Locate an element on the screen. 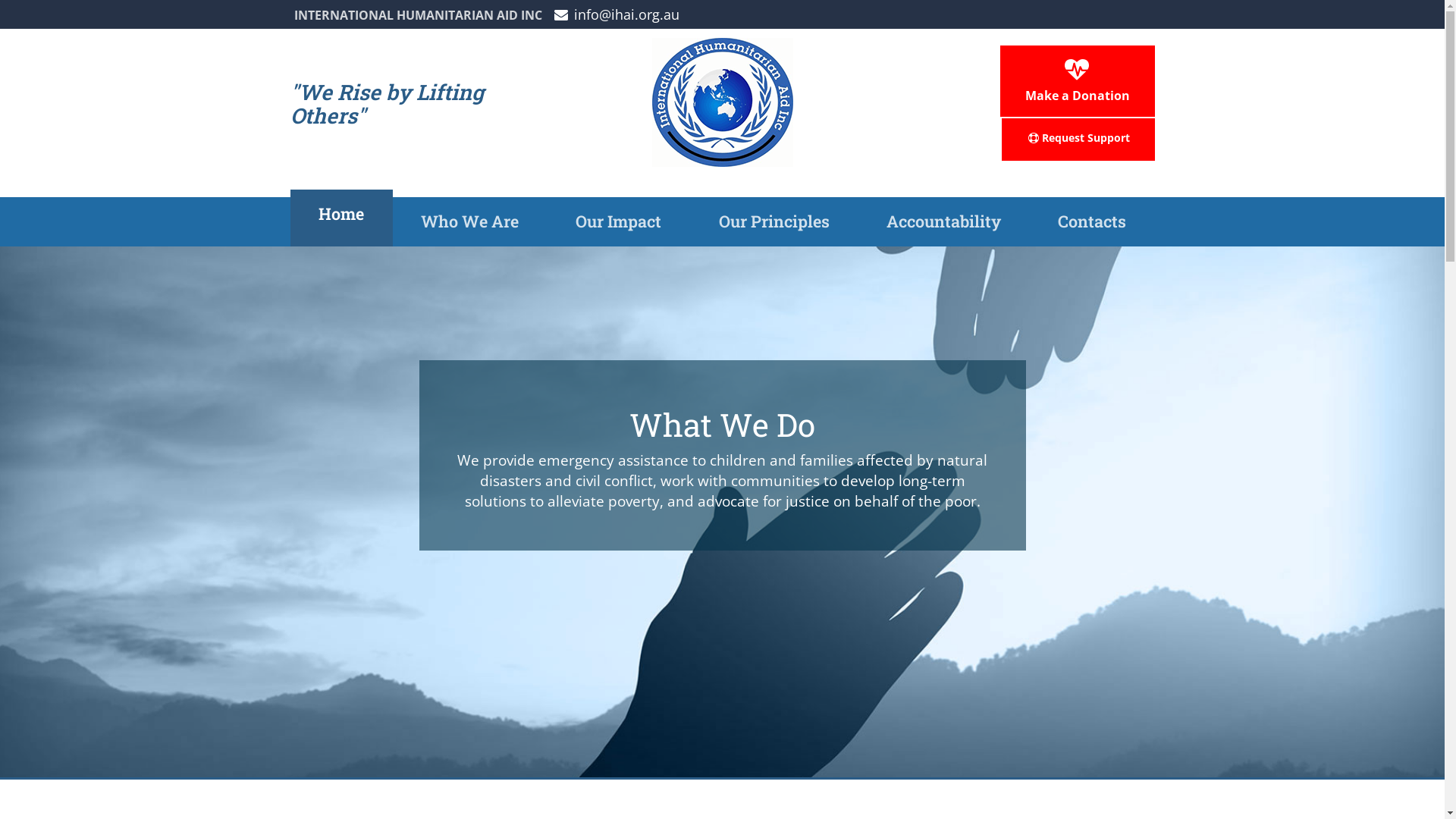 This screenshot has width=1456, height=819. 'Our Principles' is located at coordinates (128, 215).